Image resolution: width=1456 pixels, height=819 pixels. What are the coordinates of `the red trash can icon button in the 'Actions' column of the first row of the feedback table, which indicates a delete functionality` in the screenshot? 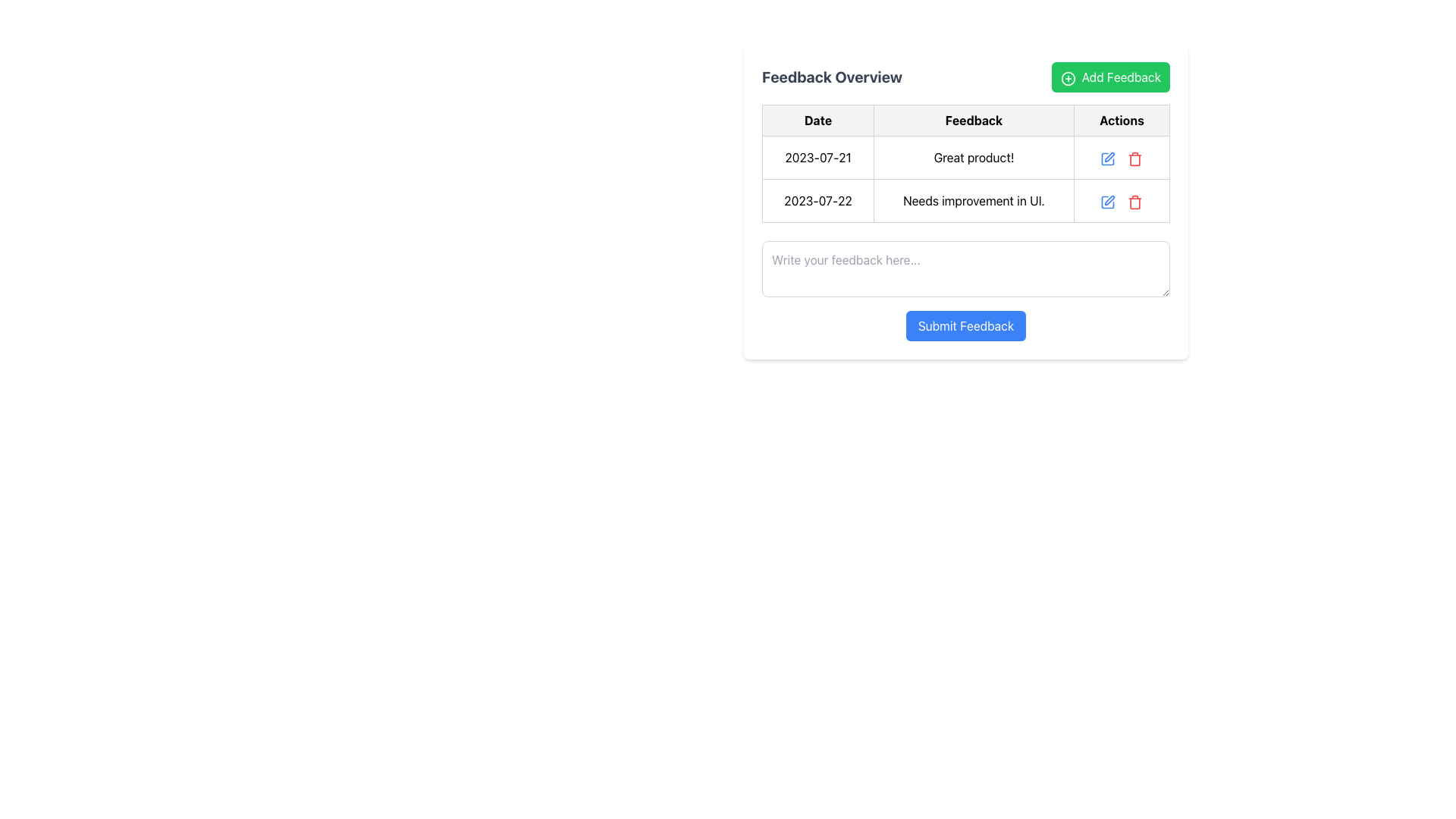 It's located at (1135, 158).